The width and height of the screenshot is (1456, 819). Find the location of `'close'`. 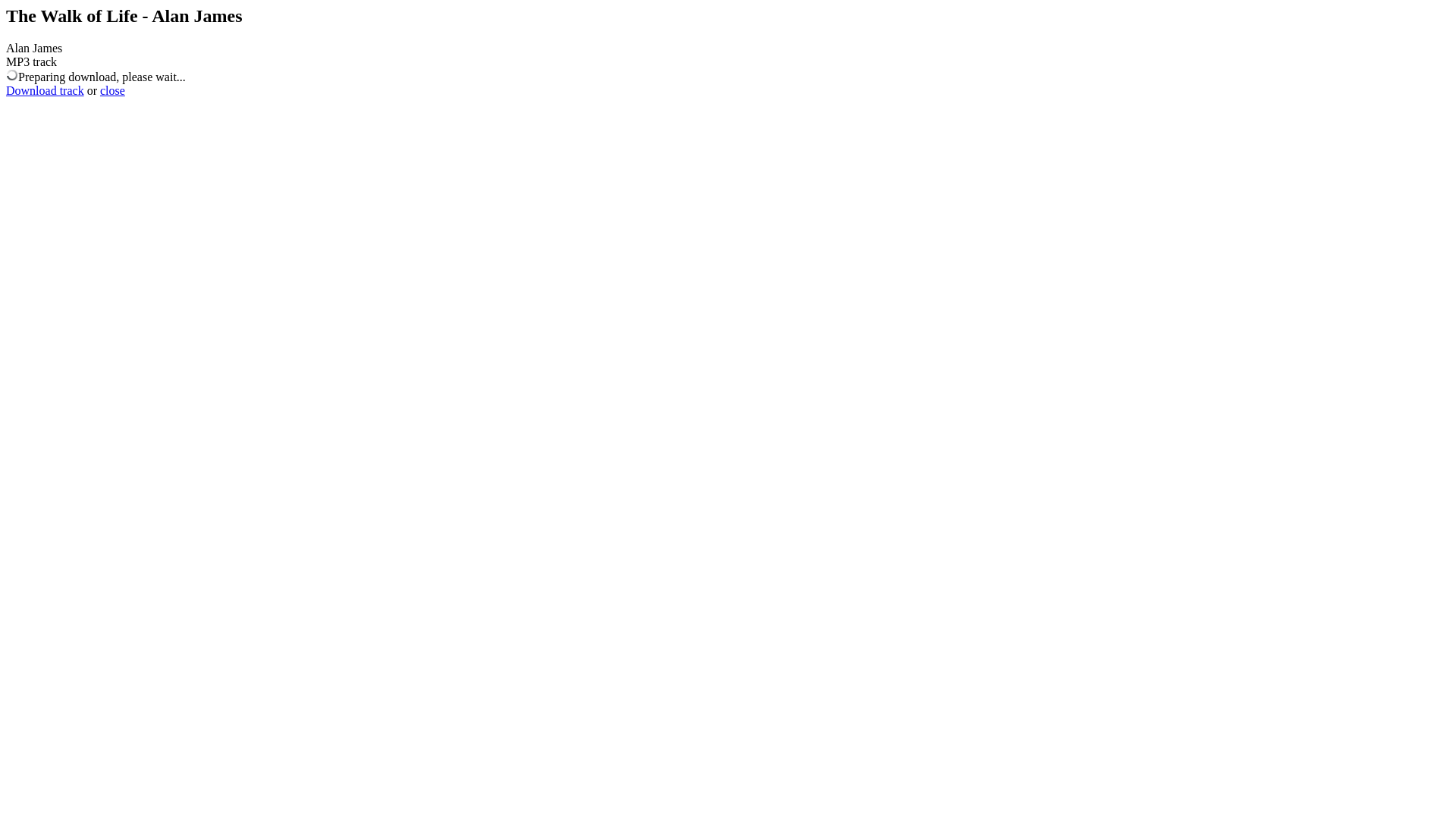

'close' is located at coordinates (111, 90).